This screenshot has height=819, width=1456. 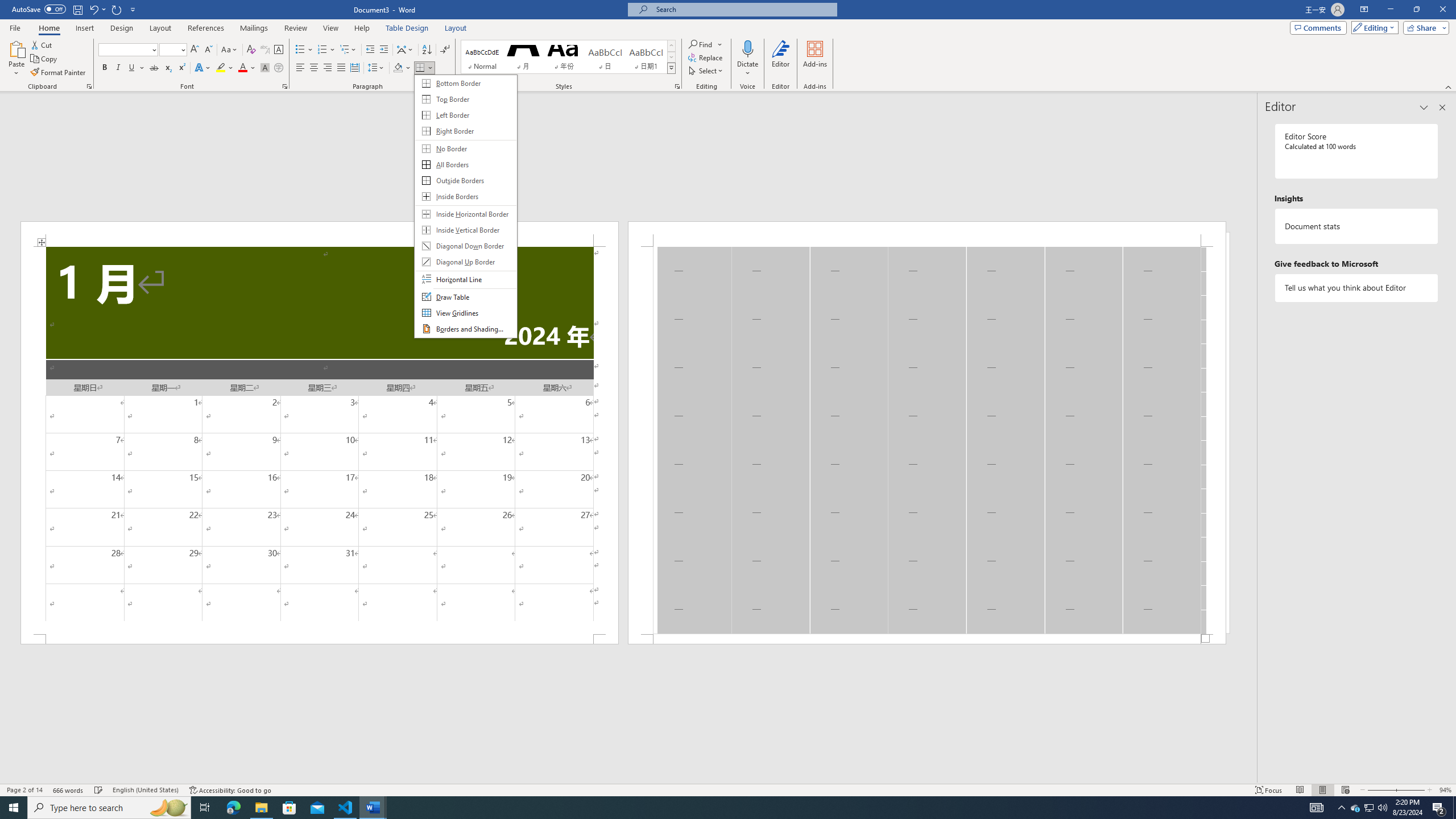 What do you see at coordinates (926, 440) in the screenshot?
I see `'Page 2 content'` at bounding box center [926, 440].